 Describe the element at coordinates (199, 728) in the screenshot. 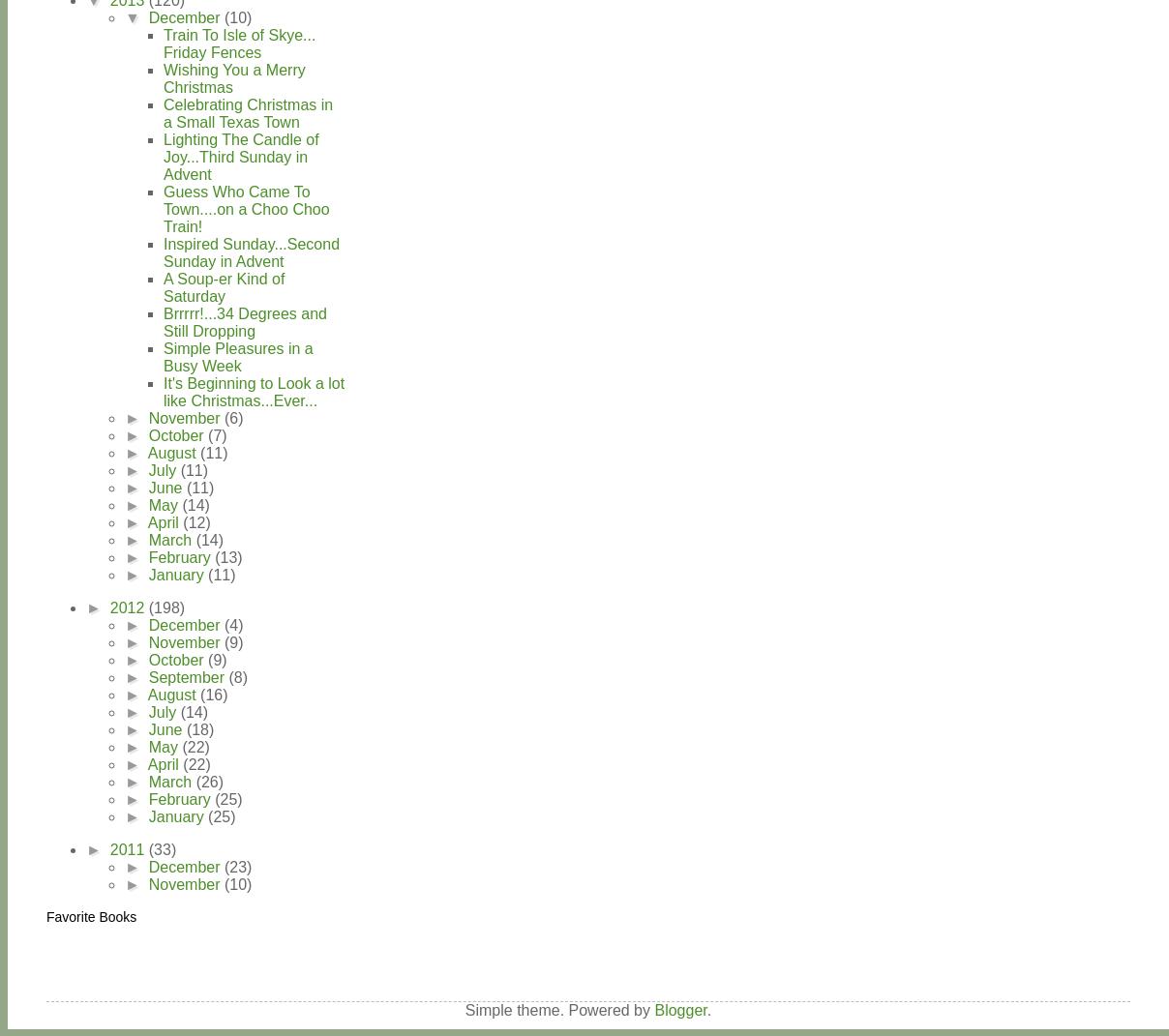

I see `'(18)'` at that location.